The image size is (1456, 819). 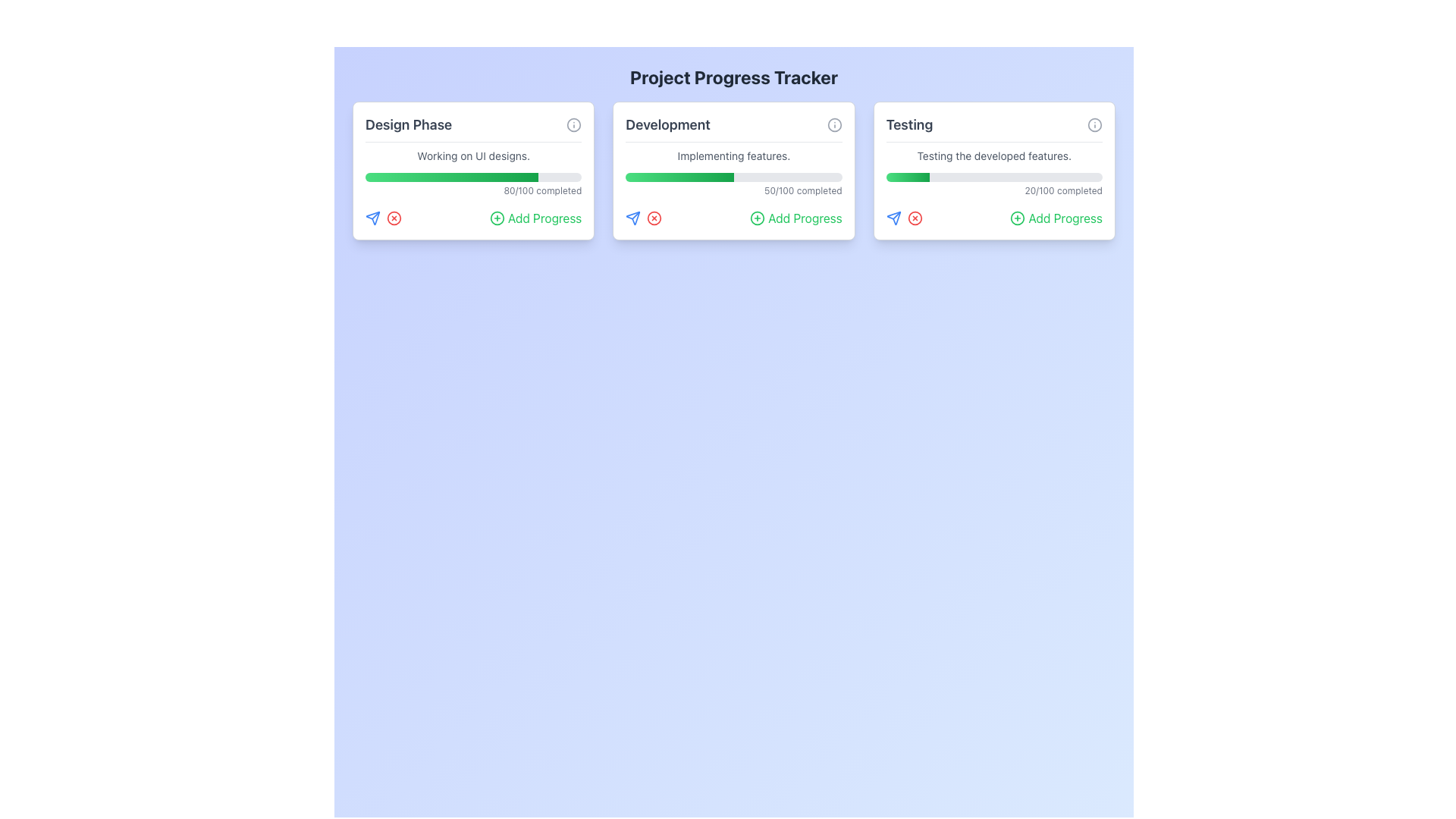 I want to click on informational static text located in the second card of the three-card layout titled 'Development', which is positioned beneath the card title and above the progression bar, so click(x=734, y=155).